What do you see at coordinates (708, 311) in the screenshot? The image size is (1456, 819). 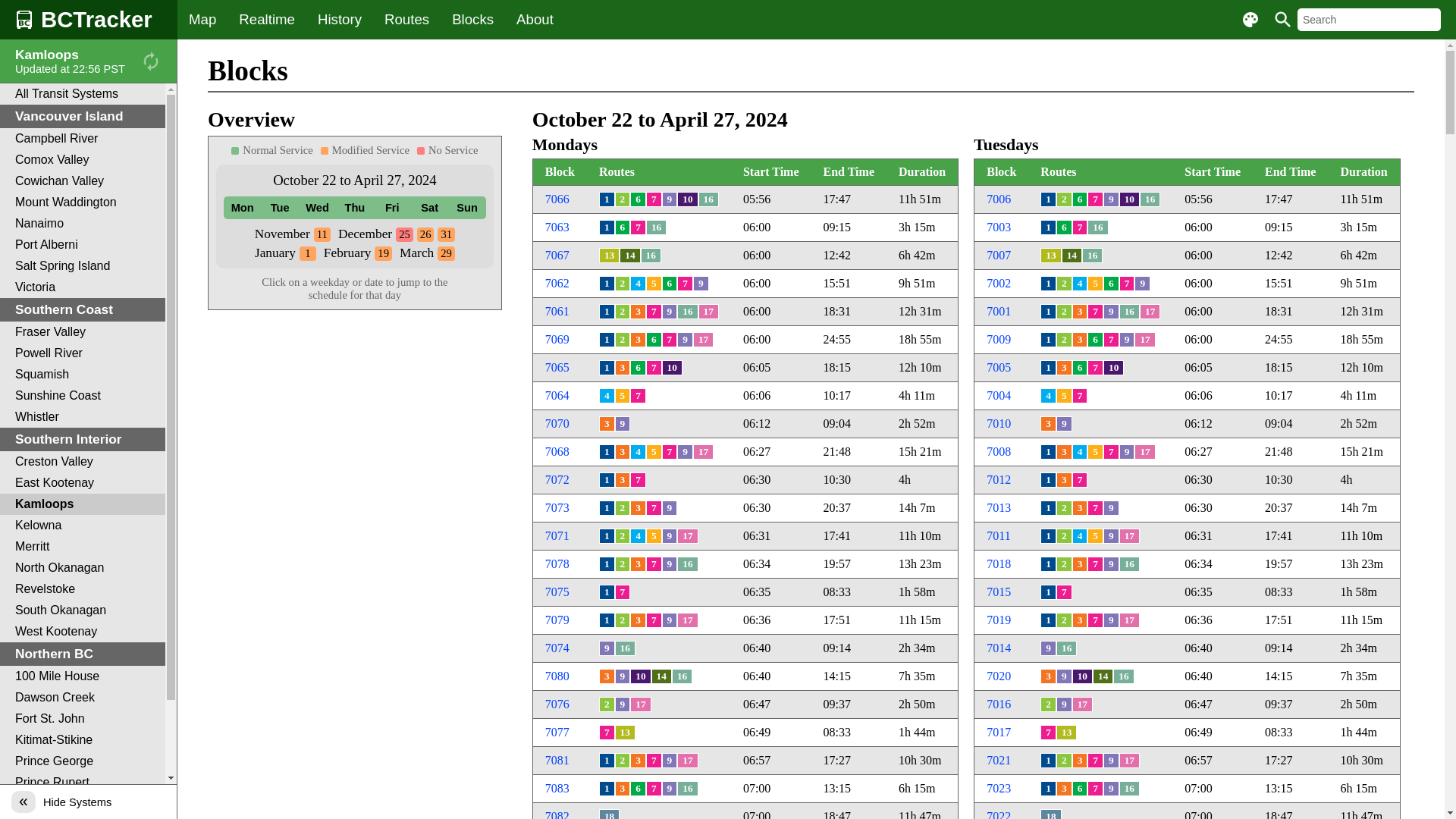 I see `'17'` at bounding box center [708, 311].